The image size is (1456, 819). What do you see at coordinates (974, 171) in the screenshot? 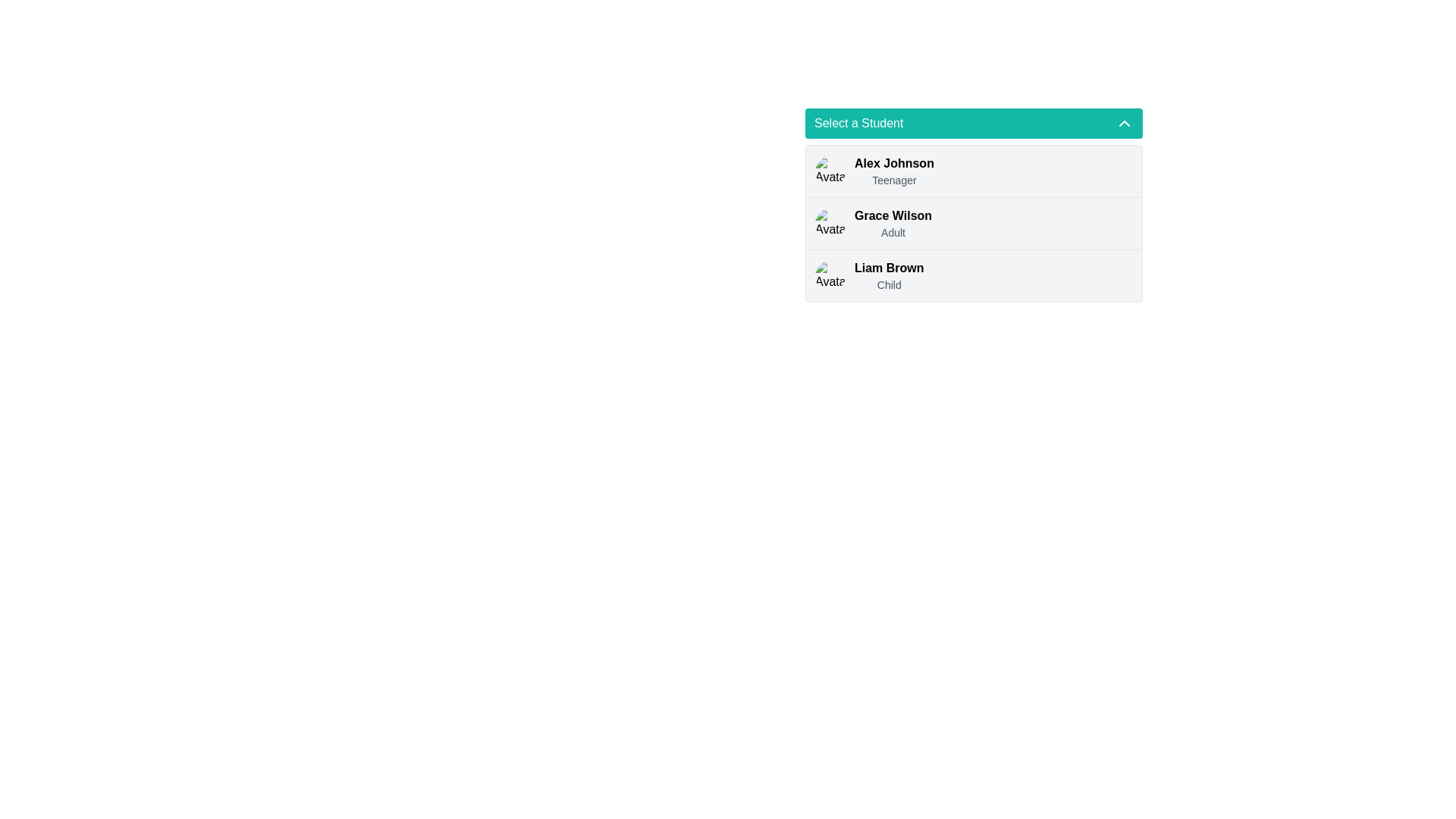
I see `the first list item representing 'Alex Johnson'` at bounding box center [974, 171].